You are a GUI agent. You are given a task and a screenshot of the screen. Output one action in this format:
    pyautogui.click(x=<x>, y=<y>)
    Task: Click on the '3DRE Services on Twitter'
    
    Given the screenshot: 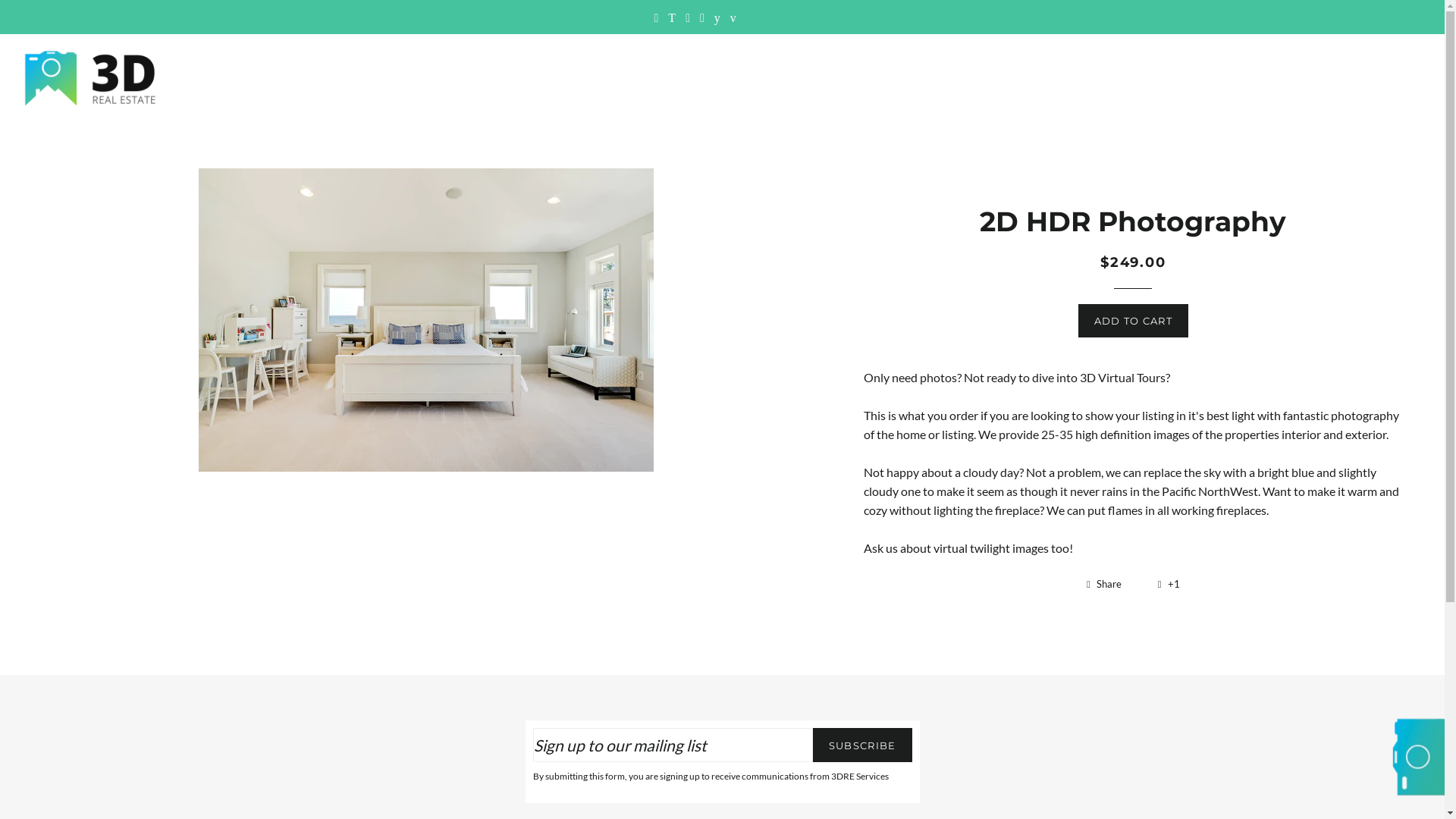 What is the action you would take?
    pyautogui.click(x=671, y=17)
    